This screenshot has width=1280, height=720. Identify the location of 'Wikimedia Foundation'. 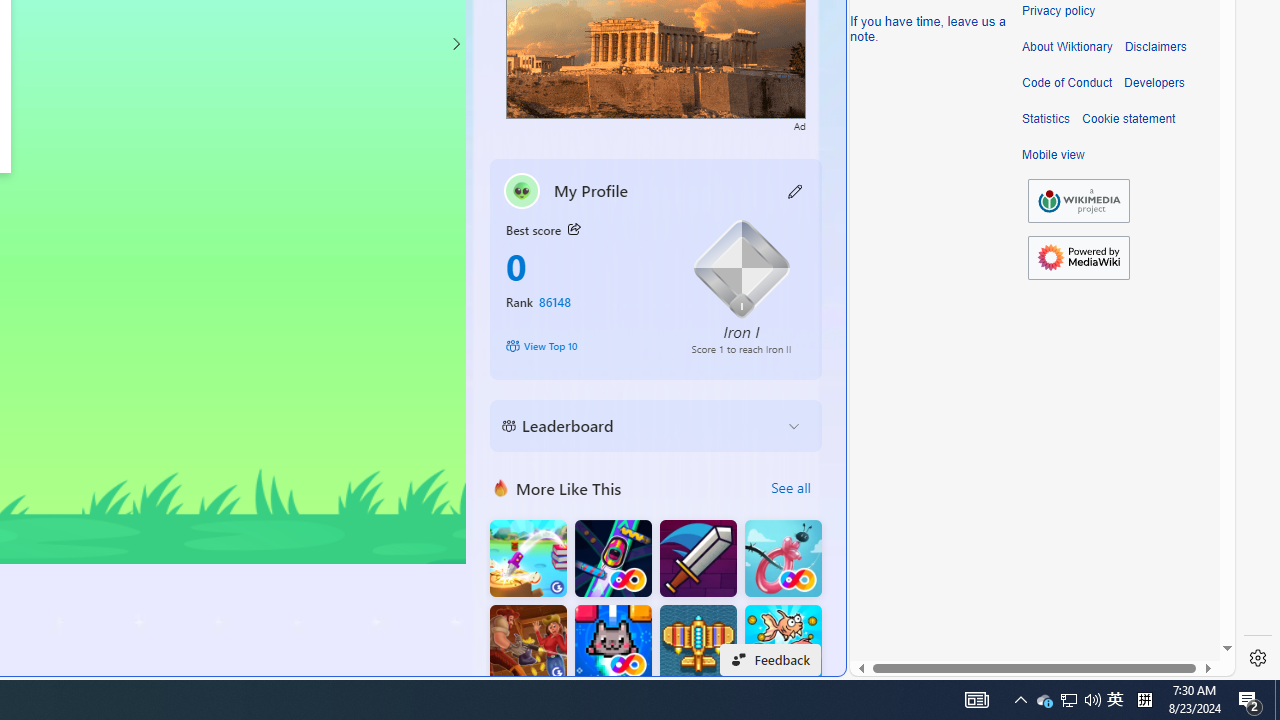
(1078, 201).